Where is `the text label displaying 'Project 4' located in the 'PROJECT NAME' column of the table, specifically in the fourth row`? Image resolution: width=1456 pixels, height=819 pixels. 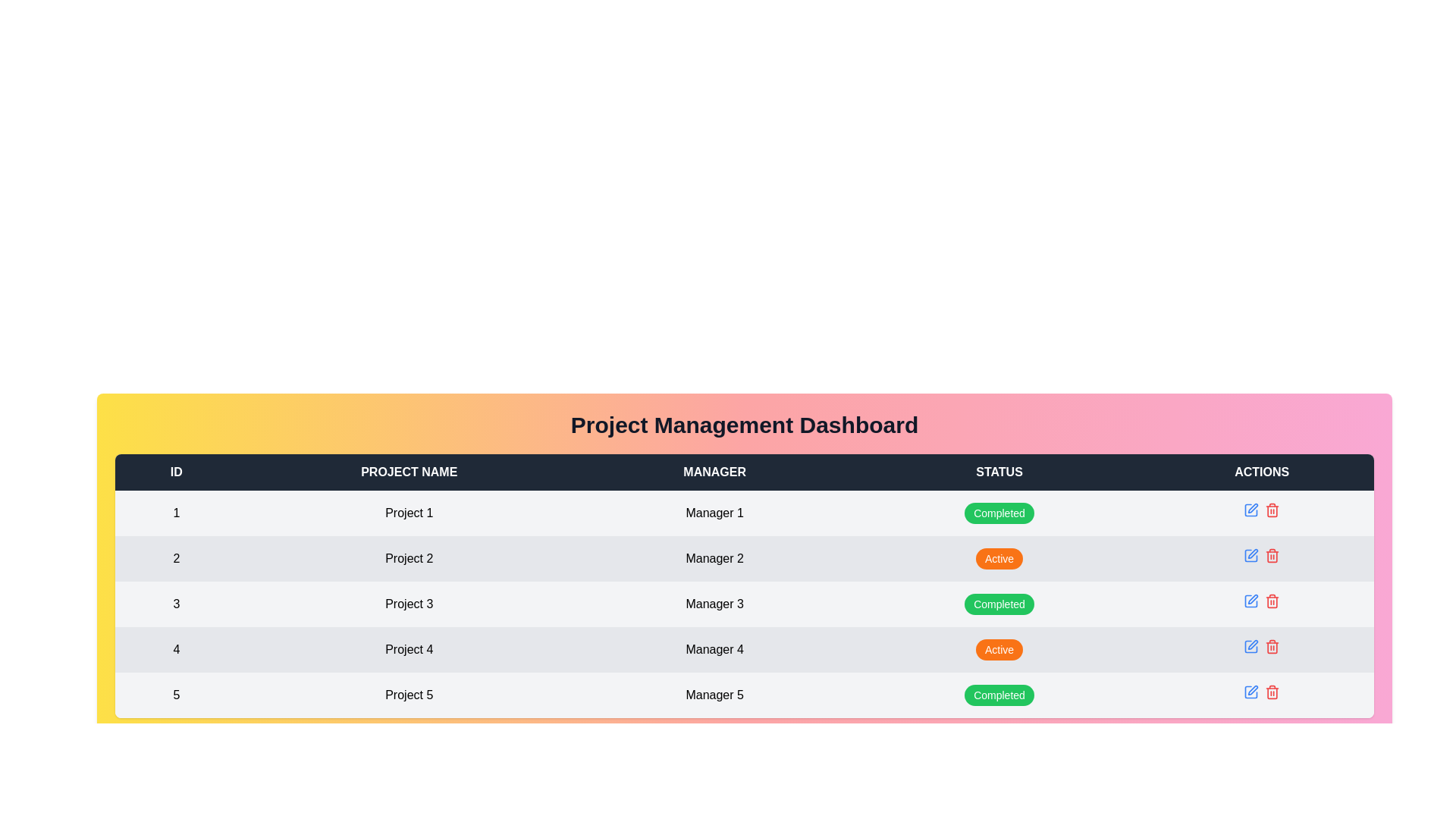
the text label displaying 'Project 4' located in the 'PROJECT NAME' column of the table, specifically in the fourth row is located at coordinates (409, 648).